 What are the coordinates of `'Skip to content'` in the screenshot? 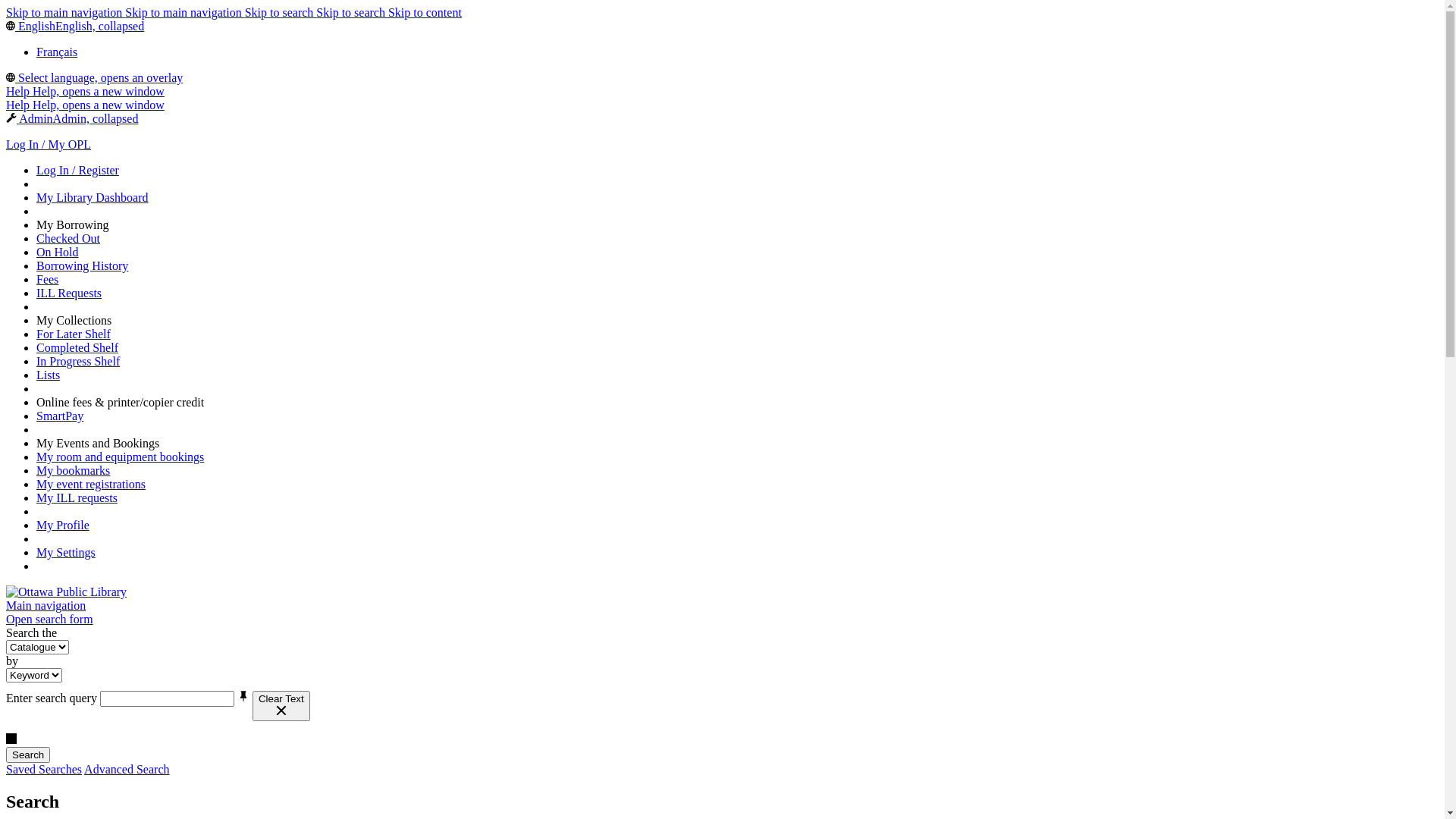 It's located at (388, 12).